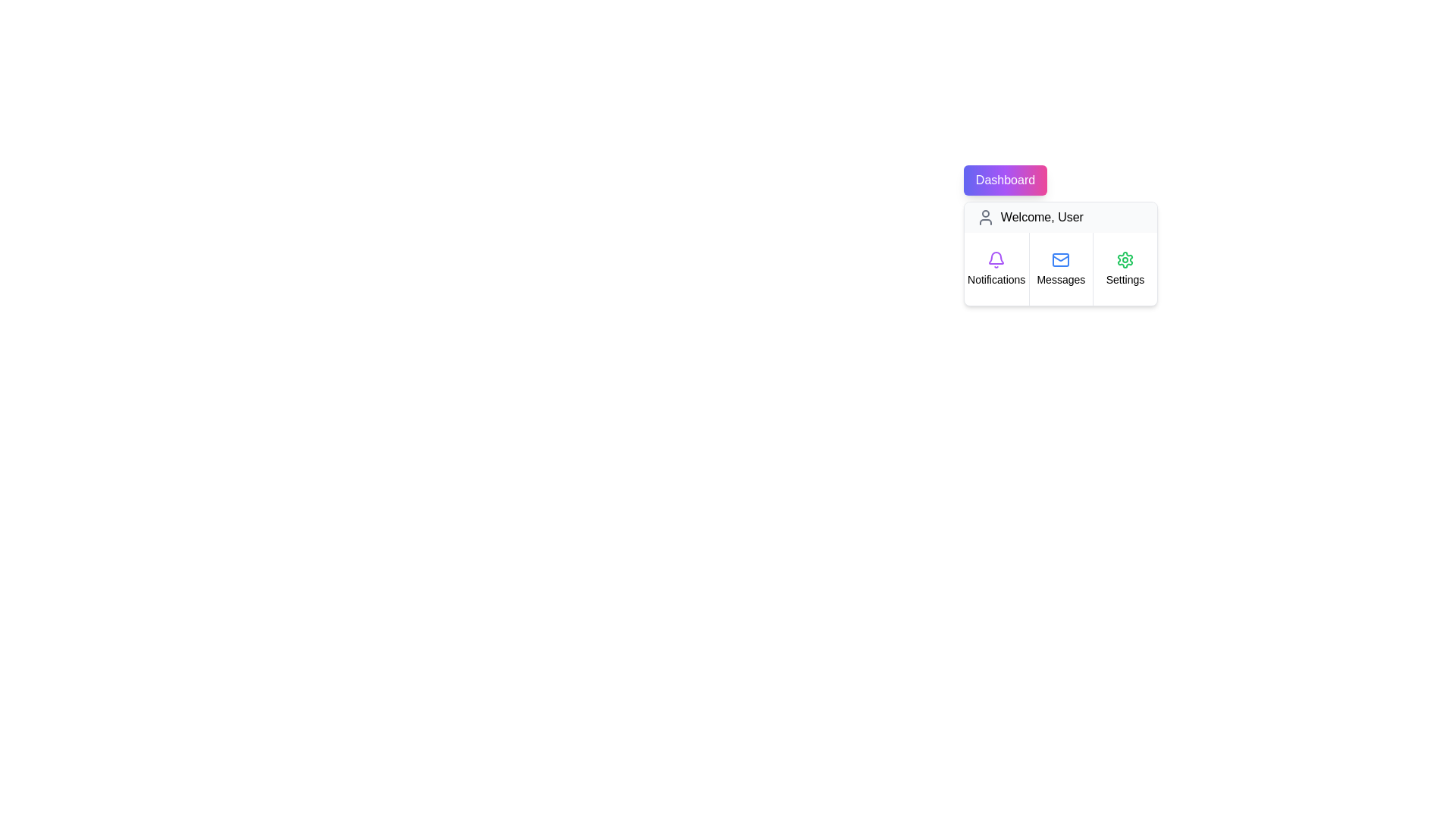  I want to click on 'Dashboard' button to toggle the dropdown menu, so click(1005, 180).